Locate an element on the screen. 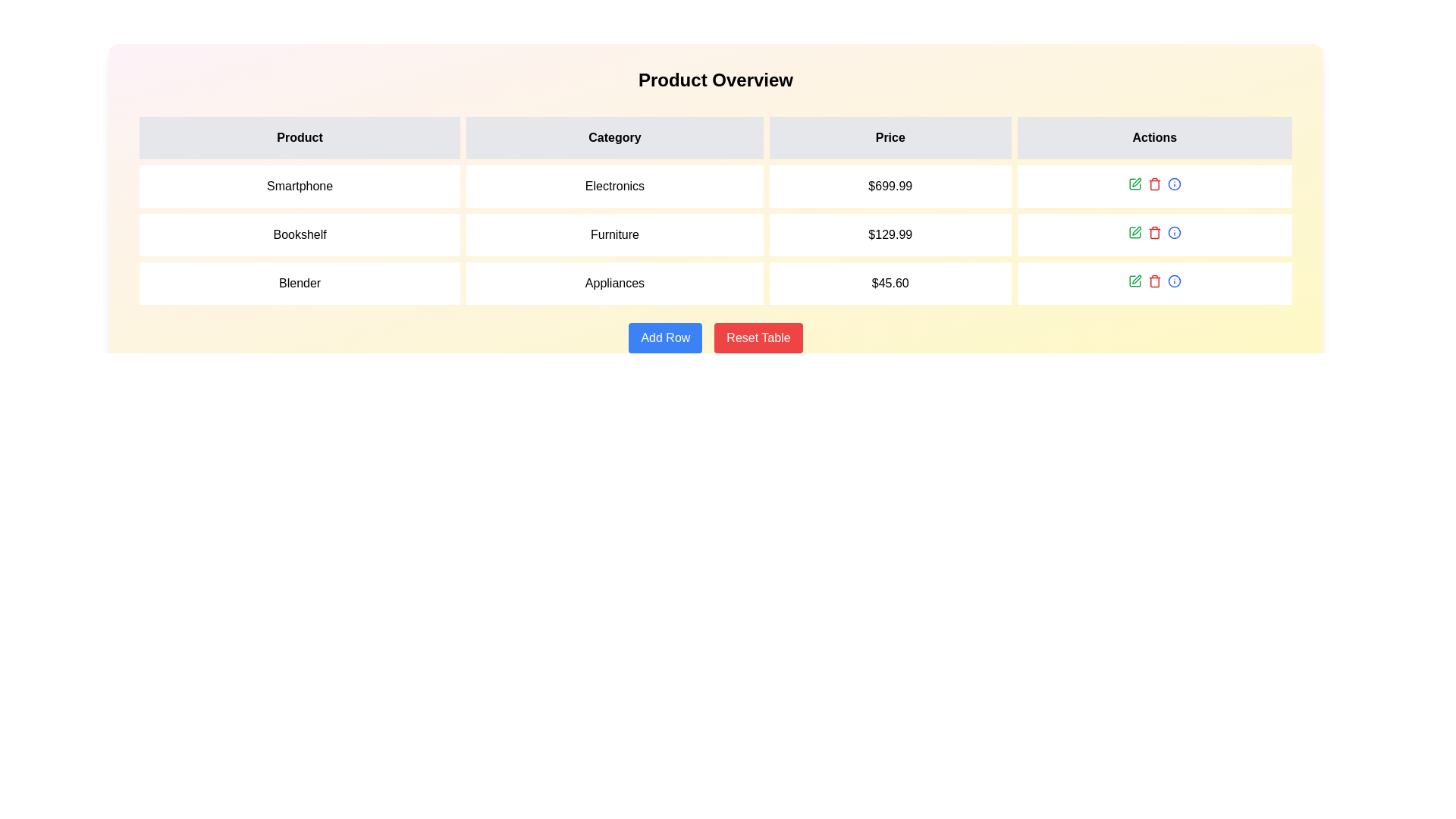 The image size is (1456, 819). the pen-shaped icon within the button in the second row of the table's 'Actions' column is located at coordinates (1136, 231).